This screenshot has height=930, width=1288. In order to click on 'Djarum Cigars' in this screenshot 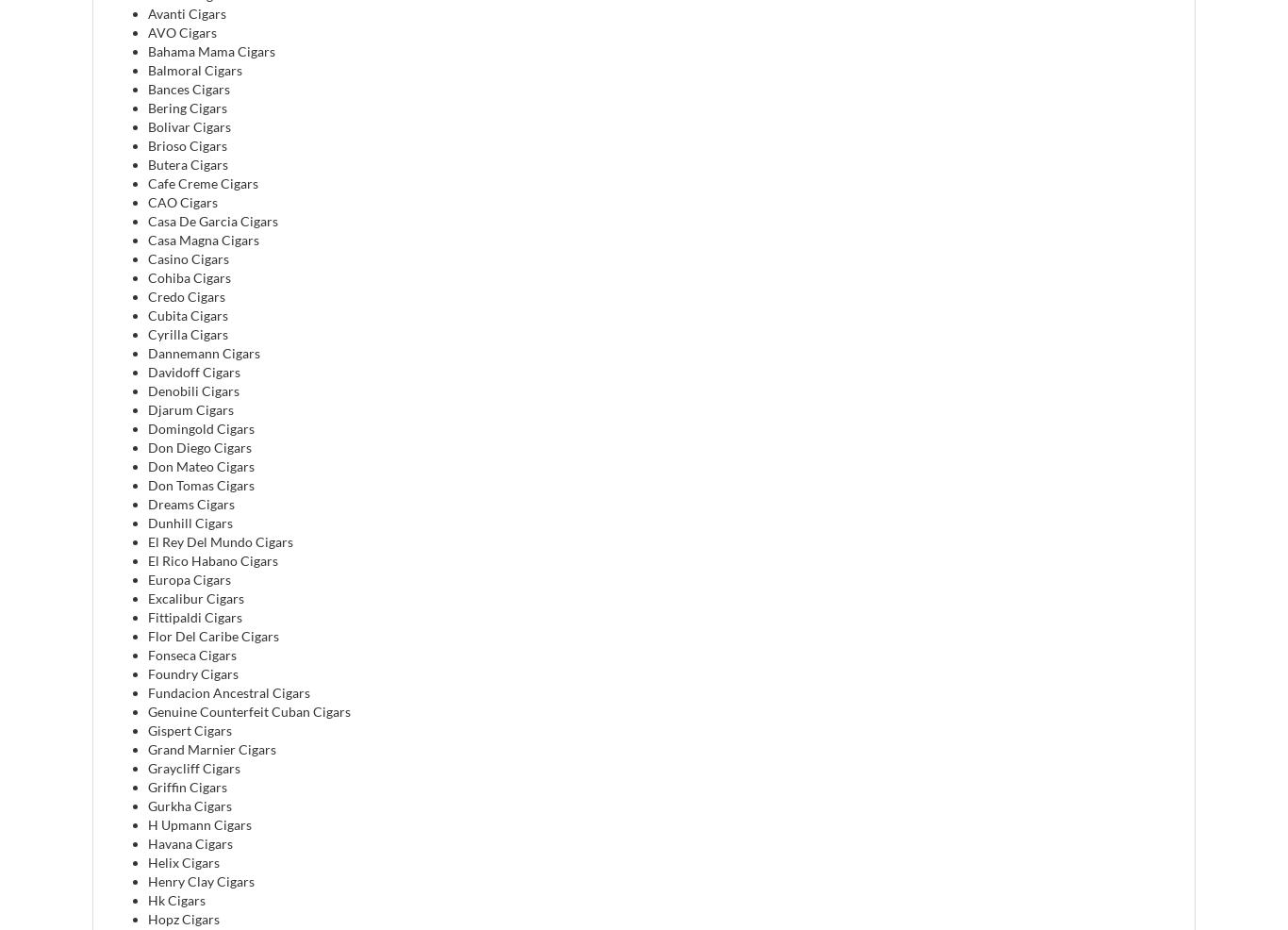, I will do `click(190, 408)`.